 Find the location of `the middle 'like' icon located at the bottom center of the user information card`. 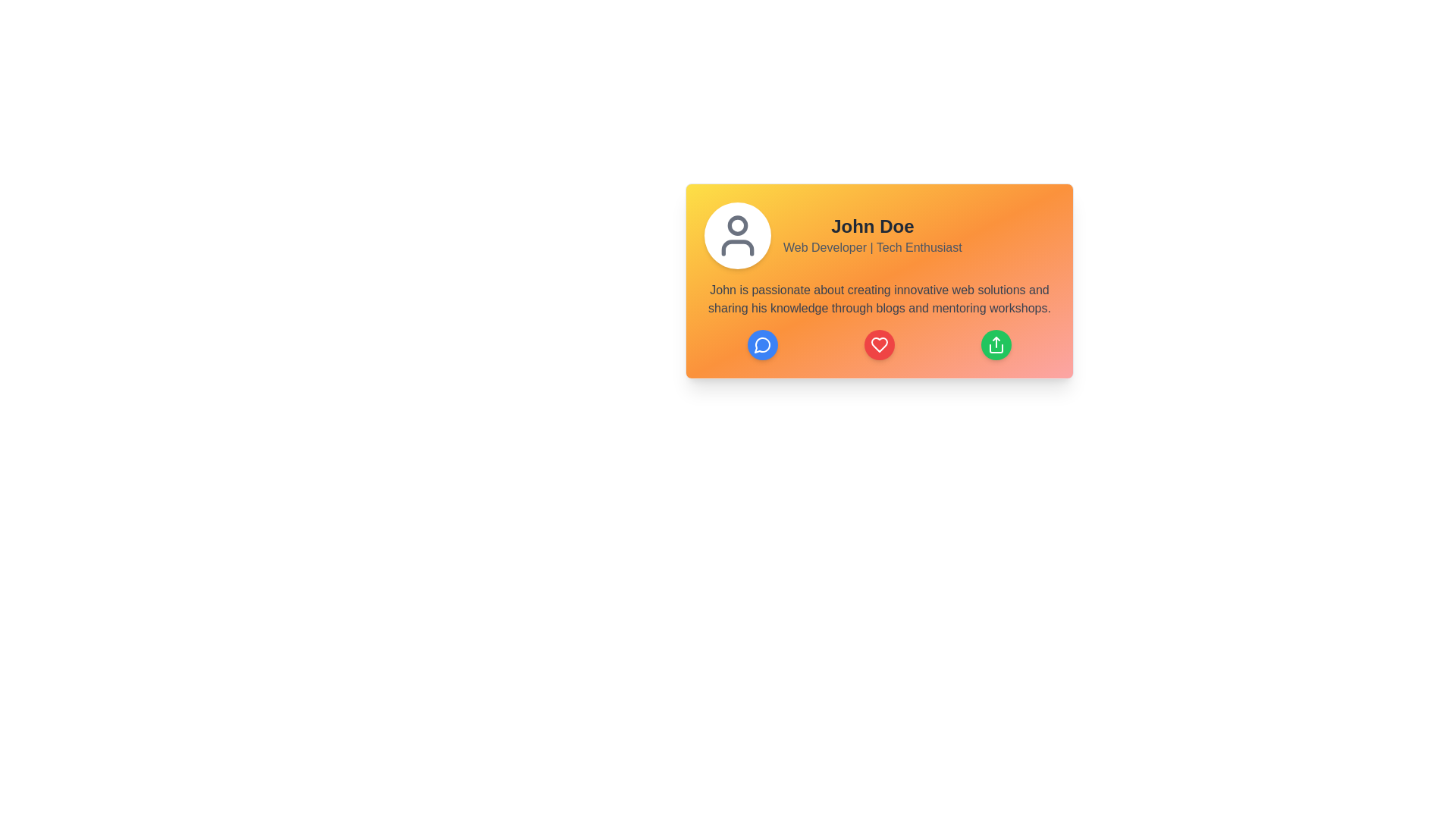

the middle 'like' icon located at the bottom center of the user information card is located at coordinates (880, 345).